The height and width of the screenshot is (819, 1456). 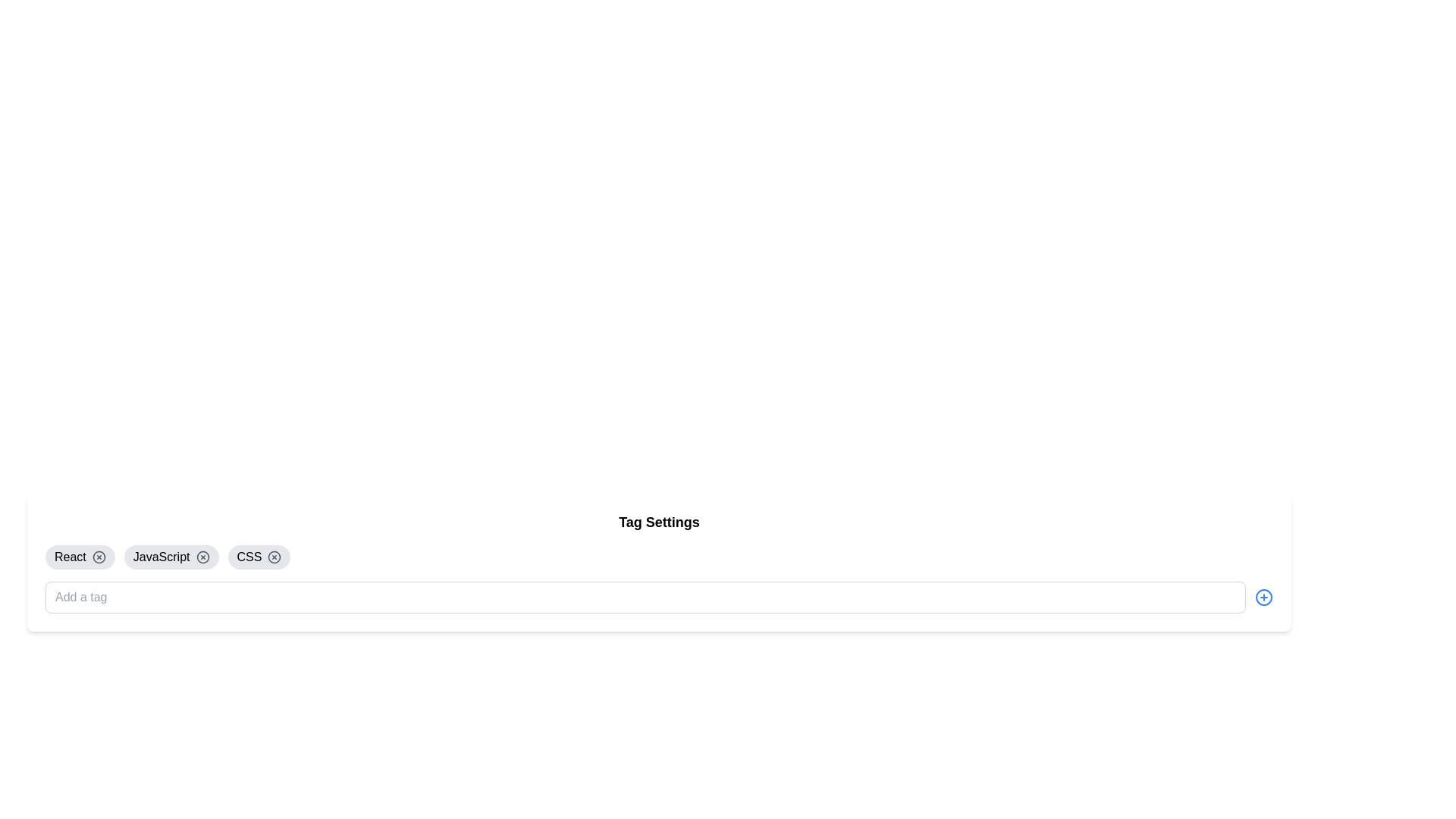 What do you see at coordinates (162, 557) in the screenshot?
I see `the text label displaying 'JavaScript' which is bold and medium-sized, located to the right of the 'React' tag in the 'Tag Settings' section` at bounding box center [162, 557].